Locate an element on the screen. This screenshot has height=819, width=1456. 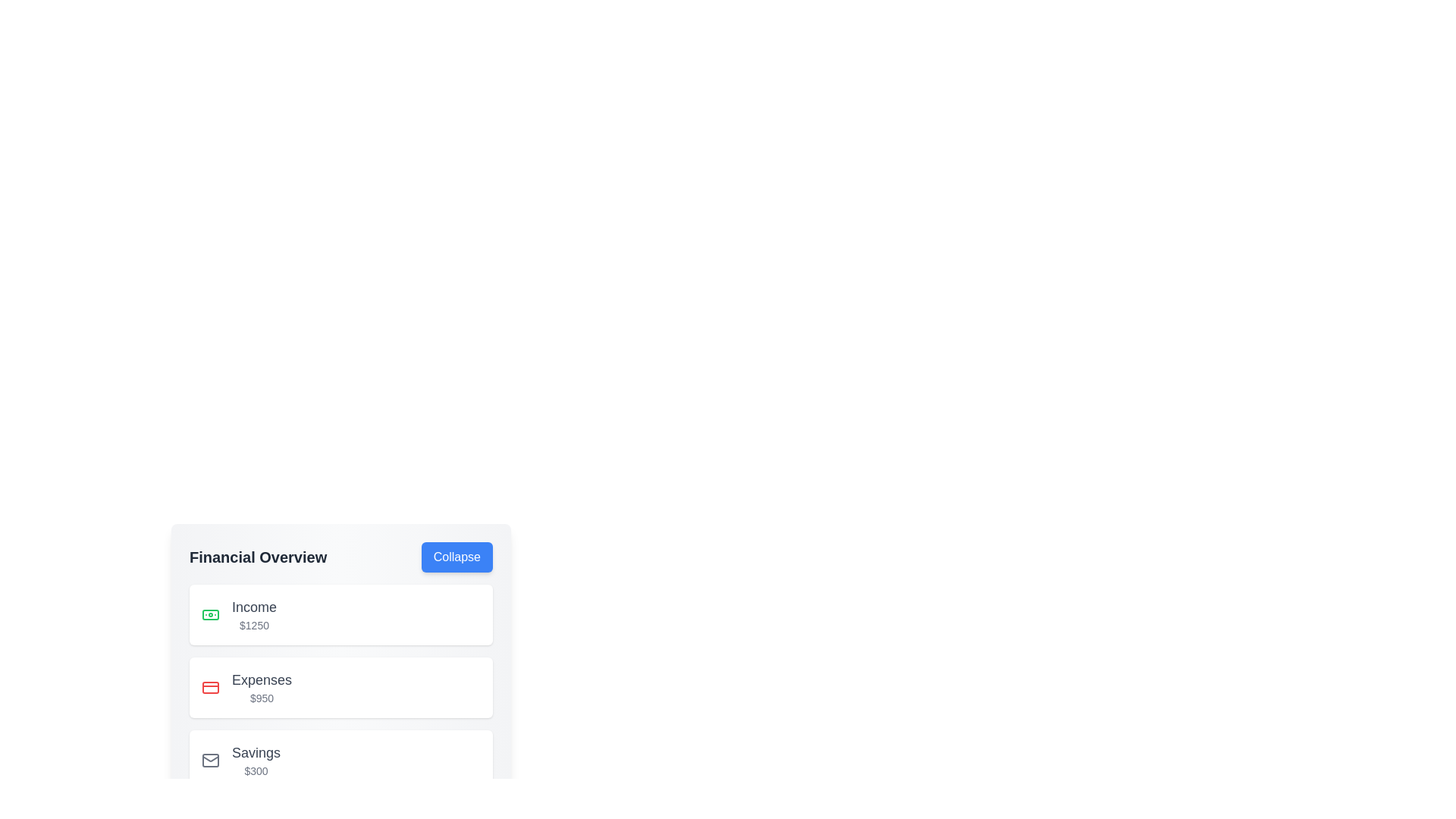
layout of the card element displaying financial information, which is located below the 'Income' section and above the 'Savings' section in the 'Financial Overview' is located at coordinates (340, 666).